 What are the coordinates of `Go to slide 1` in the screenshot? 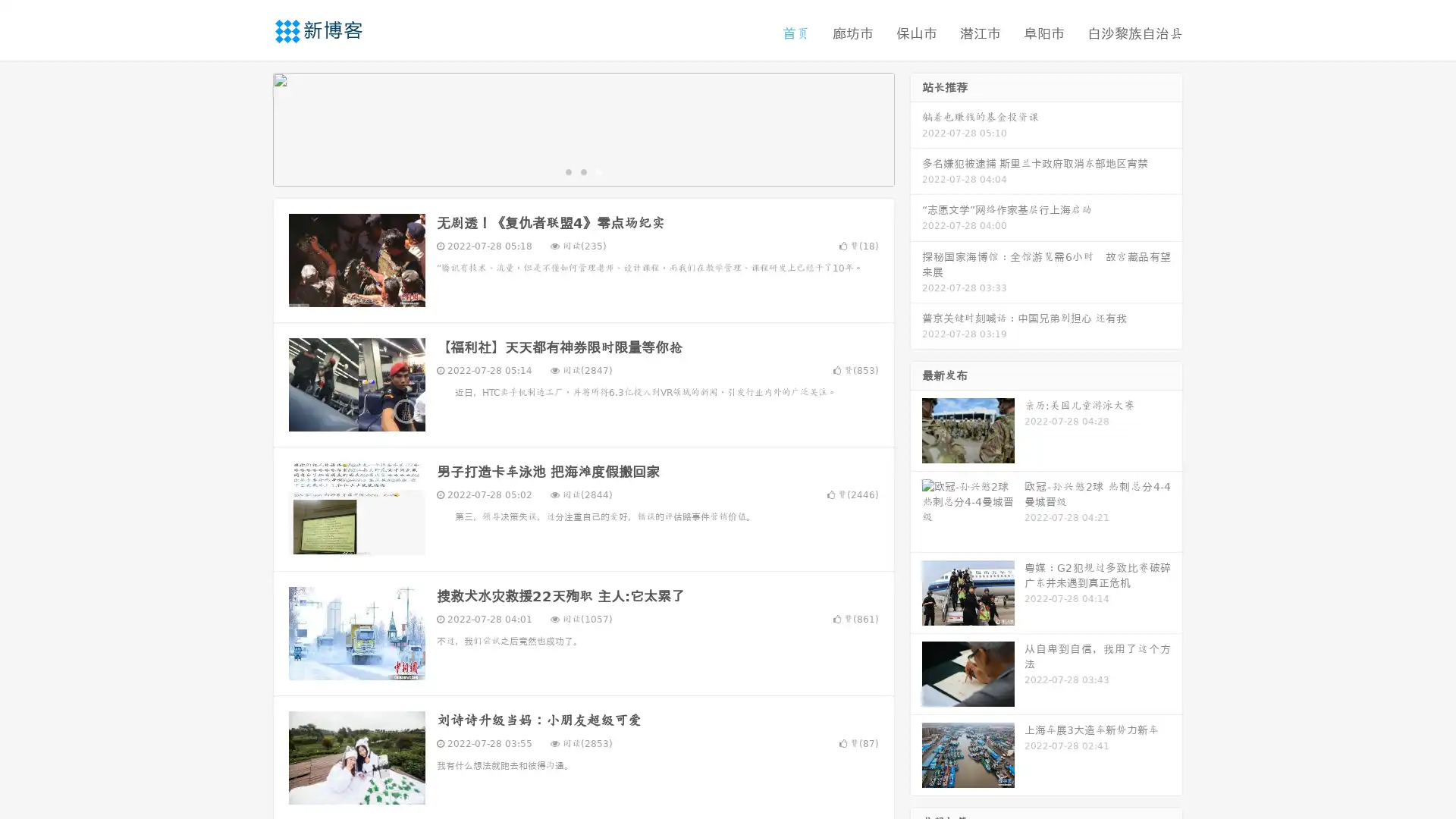 It's located at (567, 171).